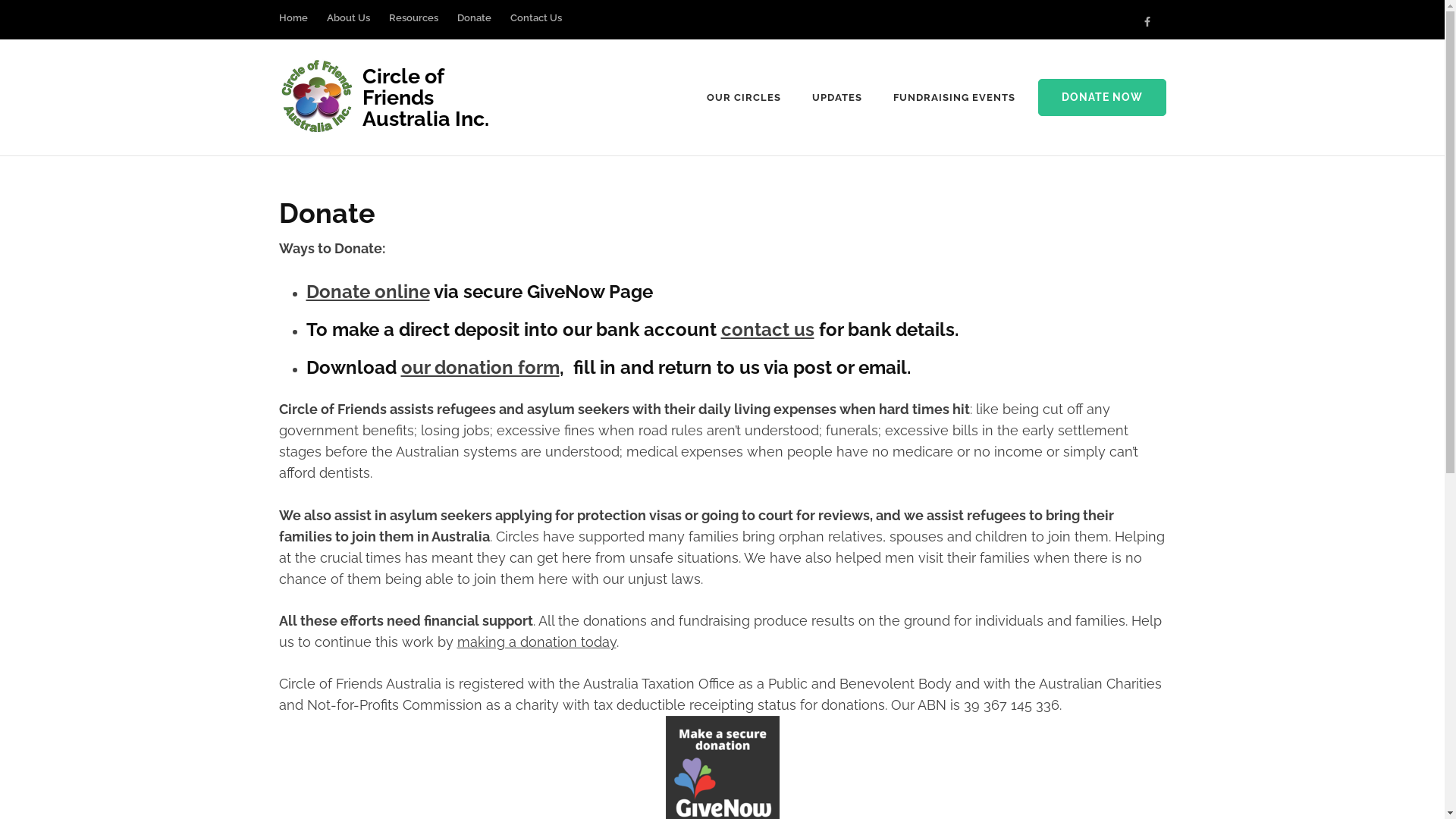 Image resolution: width=1456 pixels, height=819 pixels. I want to click on 'contact us', so click(767, 328).